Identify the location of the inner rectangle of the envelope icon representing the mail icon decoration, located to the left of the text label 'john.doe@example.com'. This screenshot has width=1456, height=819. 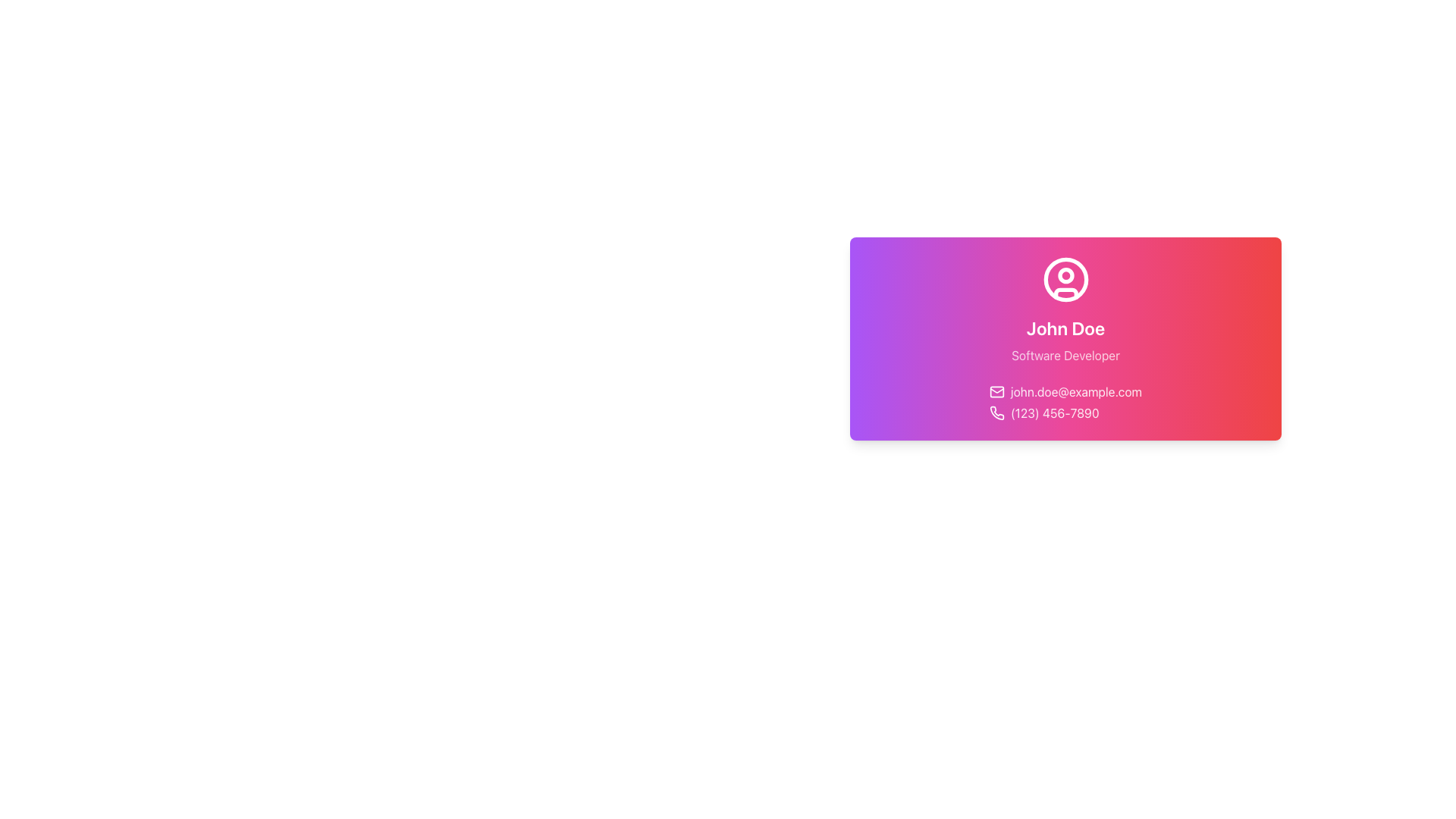
(997, 391).